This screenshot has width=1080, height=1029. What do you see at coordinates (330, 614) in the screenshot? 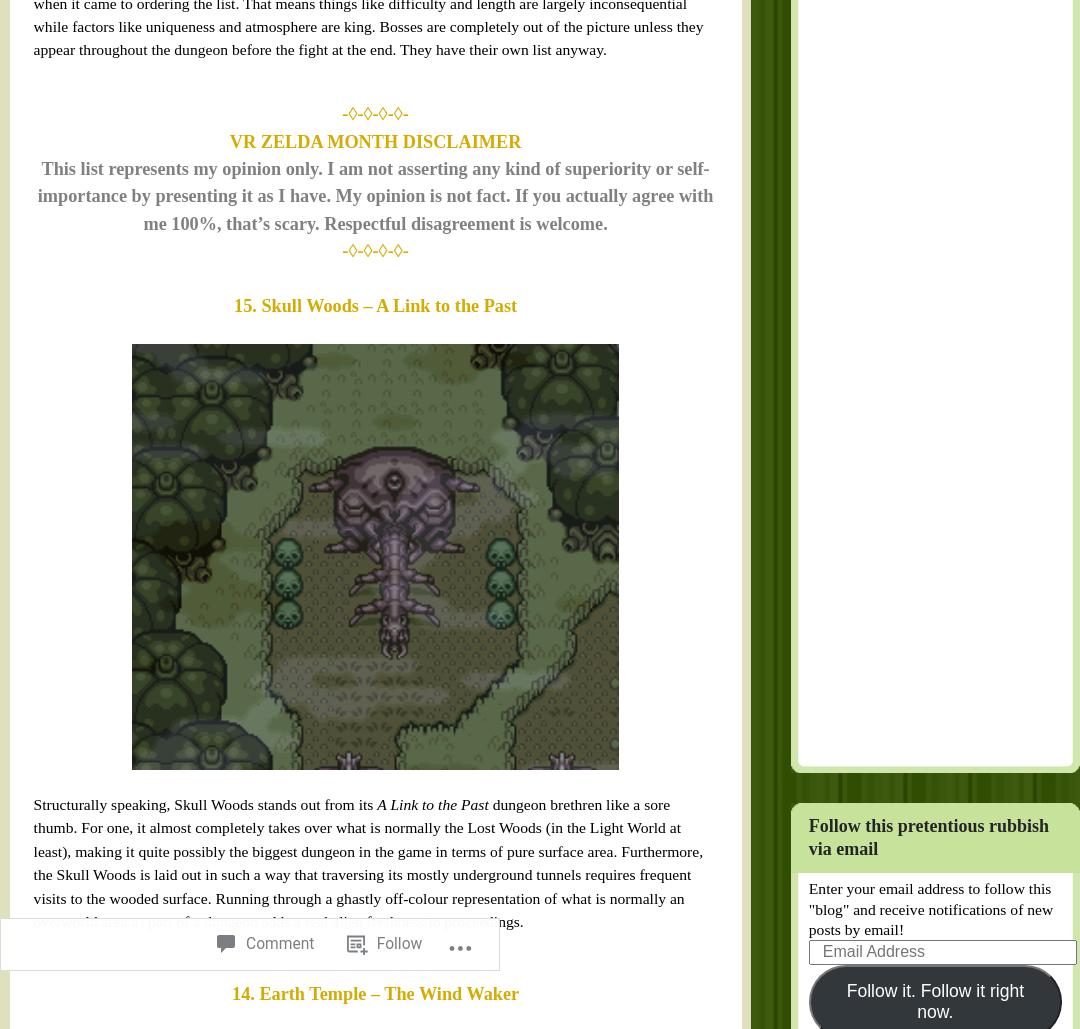
I see `'Follow'` at bounding box center [330, 614].